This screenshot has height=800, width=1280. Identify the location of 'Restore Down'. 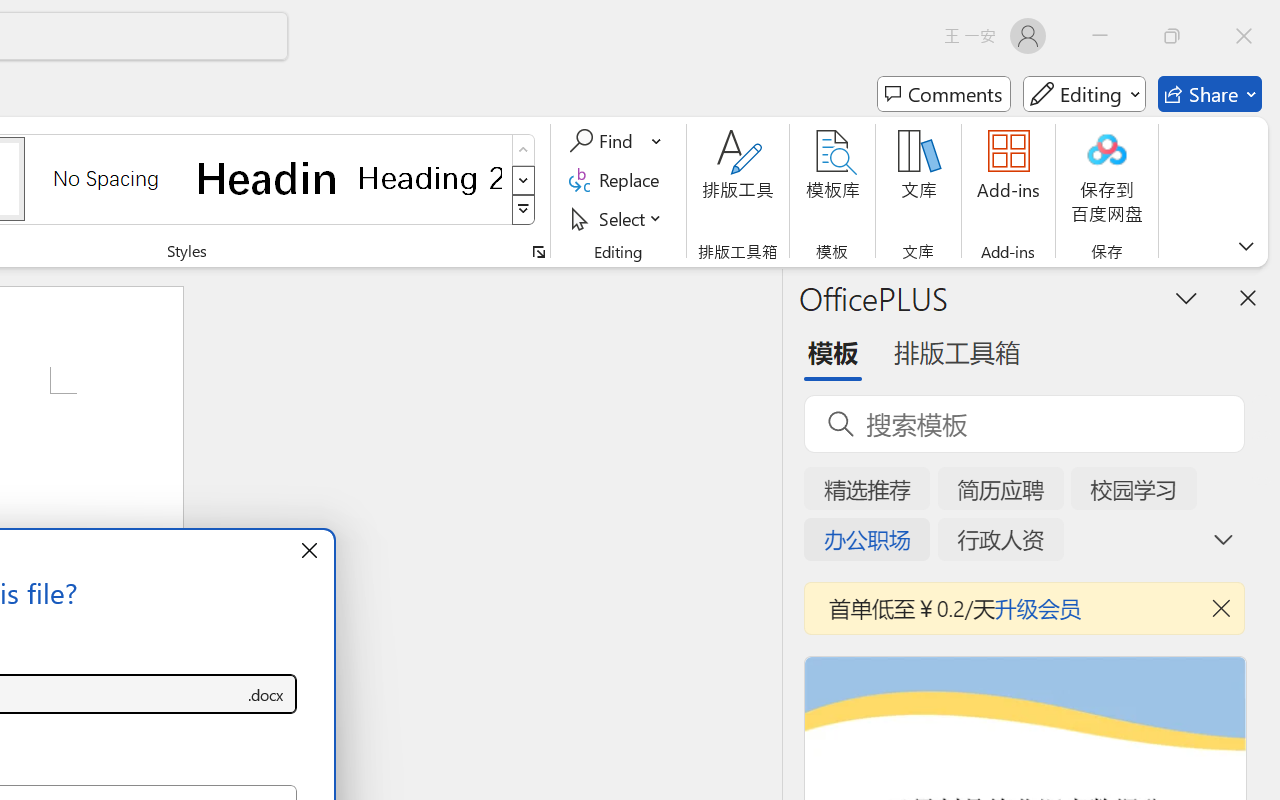
(1172, 35).